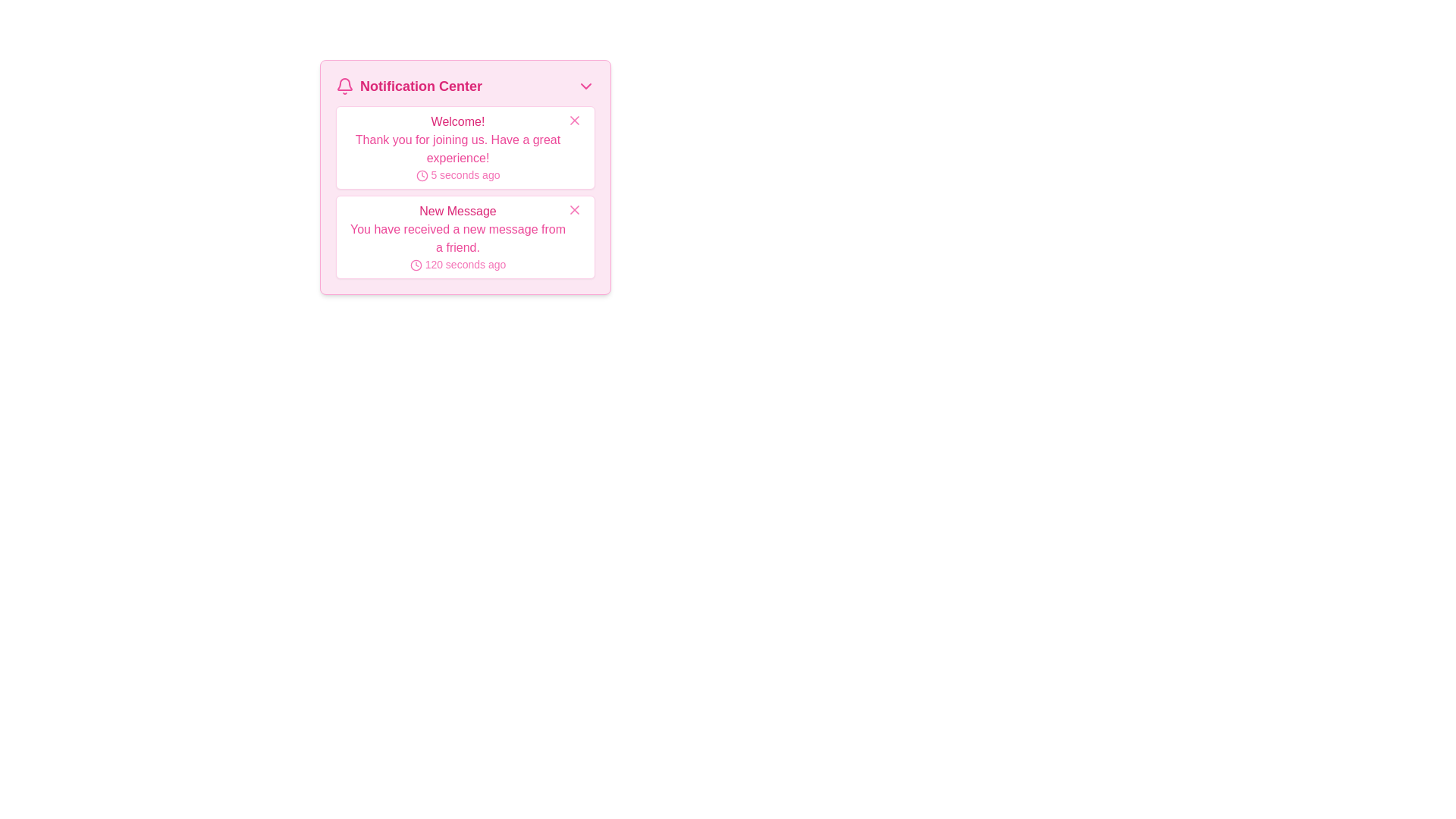 The height and width of the screenshot is (819, 1456). Describe the element at coordinates (574, 210) in the screenshot. I see `the dismiss button (an 'X' icon with a pink outline) located at the top-right corner of the 'New Message' notification box` at that location.